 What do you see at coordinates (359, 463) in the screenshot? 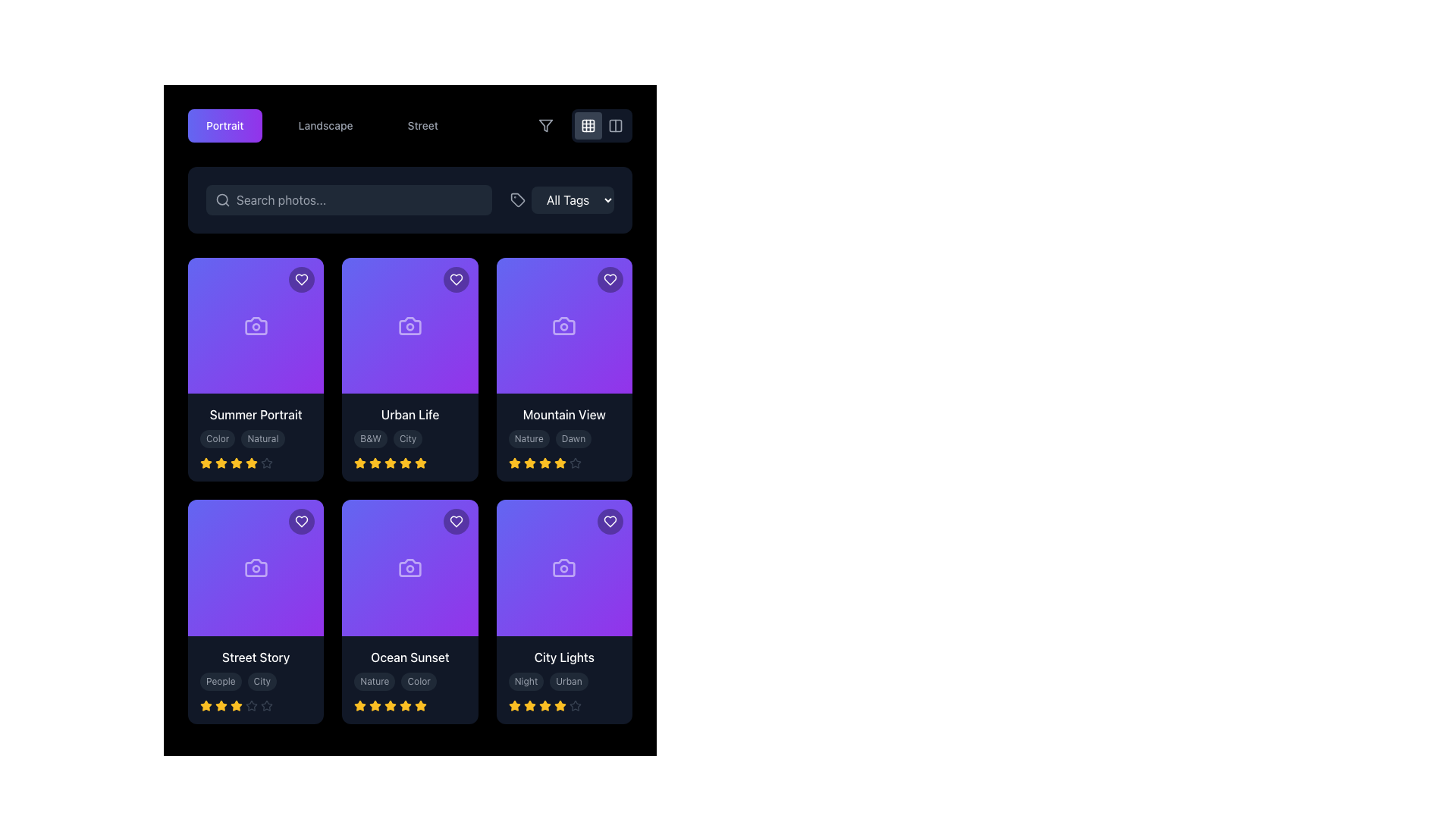
I see `the third star from the left in the second row of the grid layout in the rating section below the 'Urban Life' card` at bounding box center [359, 463].